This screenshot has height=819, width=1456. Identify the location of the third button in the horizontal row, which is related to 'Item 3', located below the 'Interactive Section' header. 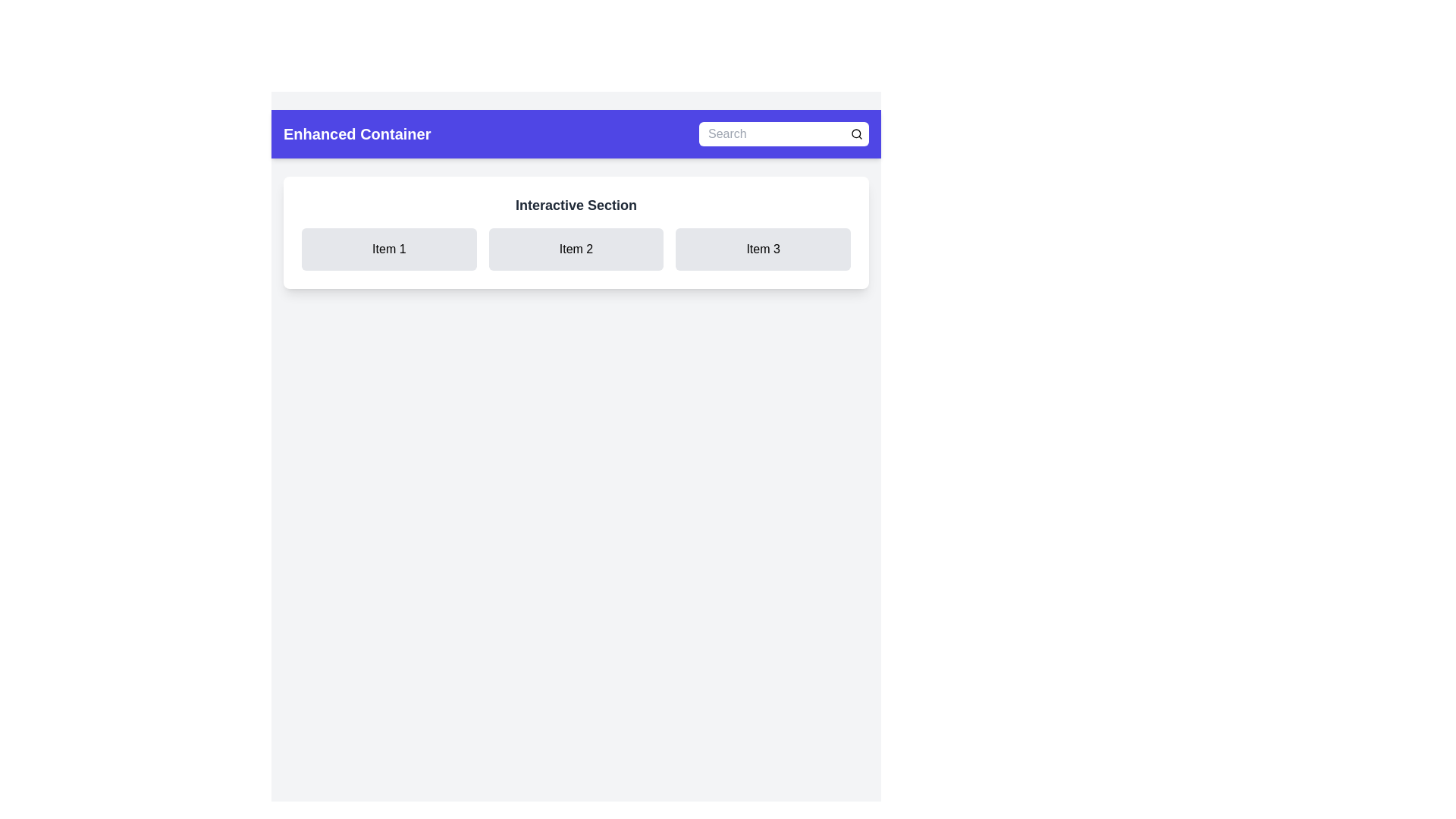
(763, 248).